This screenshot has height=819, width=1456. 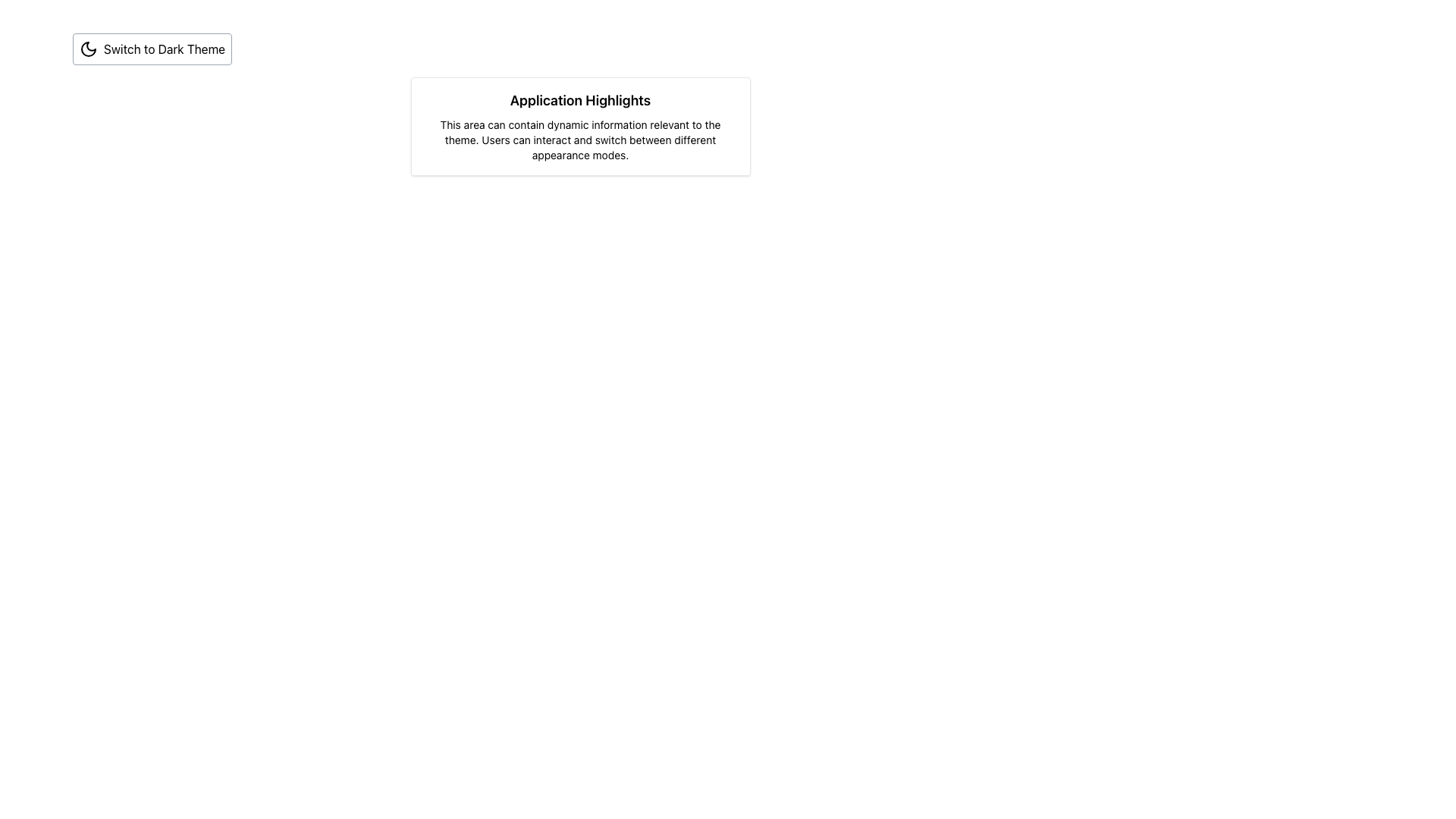 What do you see at coordinates (152, 49) in the screenshot?
I see `the dark theme toggle button located at the top left corner of the interface, above the 'Application Highlights' section` at bounding box center [152, 49].